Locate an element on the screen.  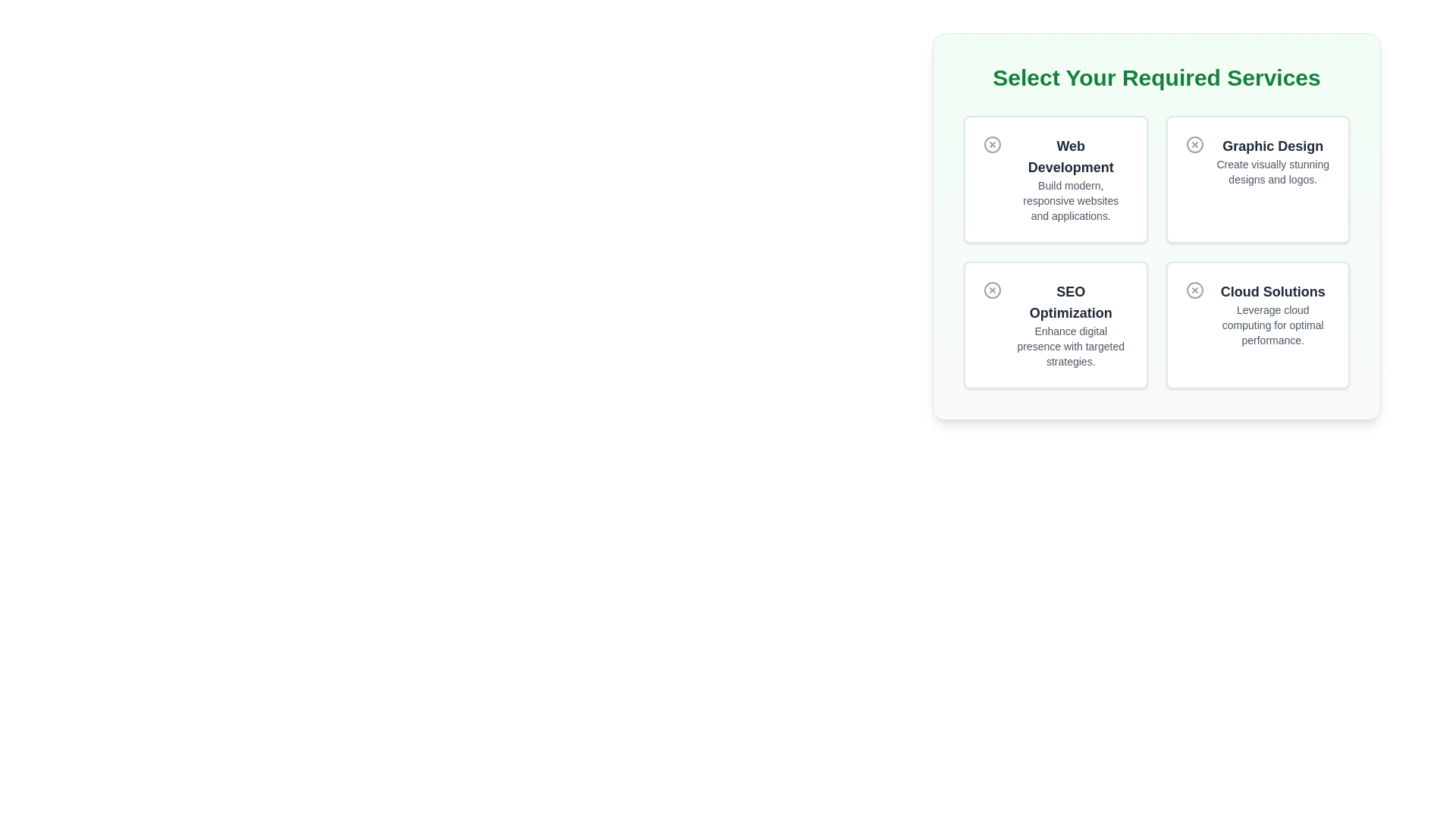
text displayed in the Text Label located in the top-left card of the four-card grid, which represents the title or key focus of web development services is located at coordinates (1070, 157).